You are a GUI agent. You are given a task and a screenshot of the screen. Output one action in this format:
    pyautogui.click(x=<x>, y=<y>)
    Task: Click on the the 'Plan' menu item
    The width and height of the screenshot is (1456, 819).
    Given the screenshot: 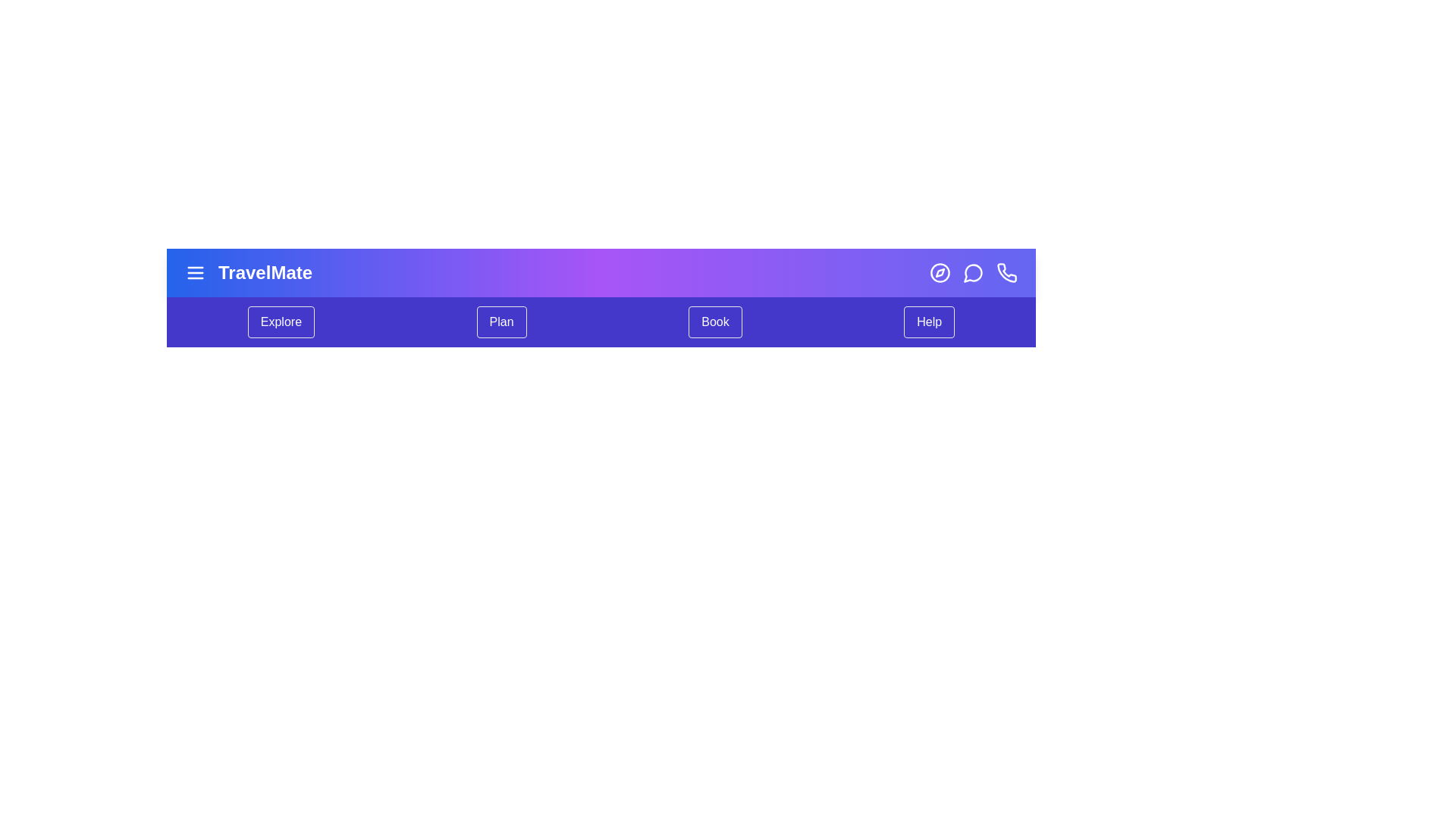 What is the action you would take?
    pyautogui.click(x=501, y=321)
    